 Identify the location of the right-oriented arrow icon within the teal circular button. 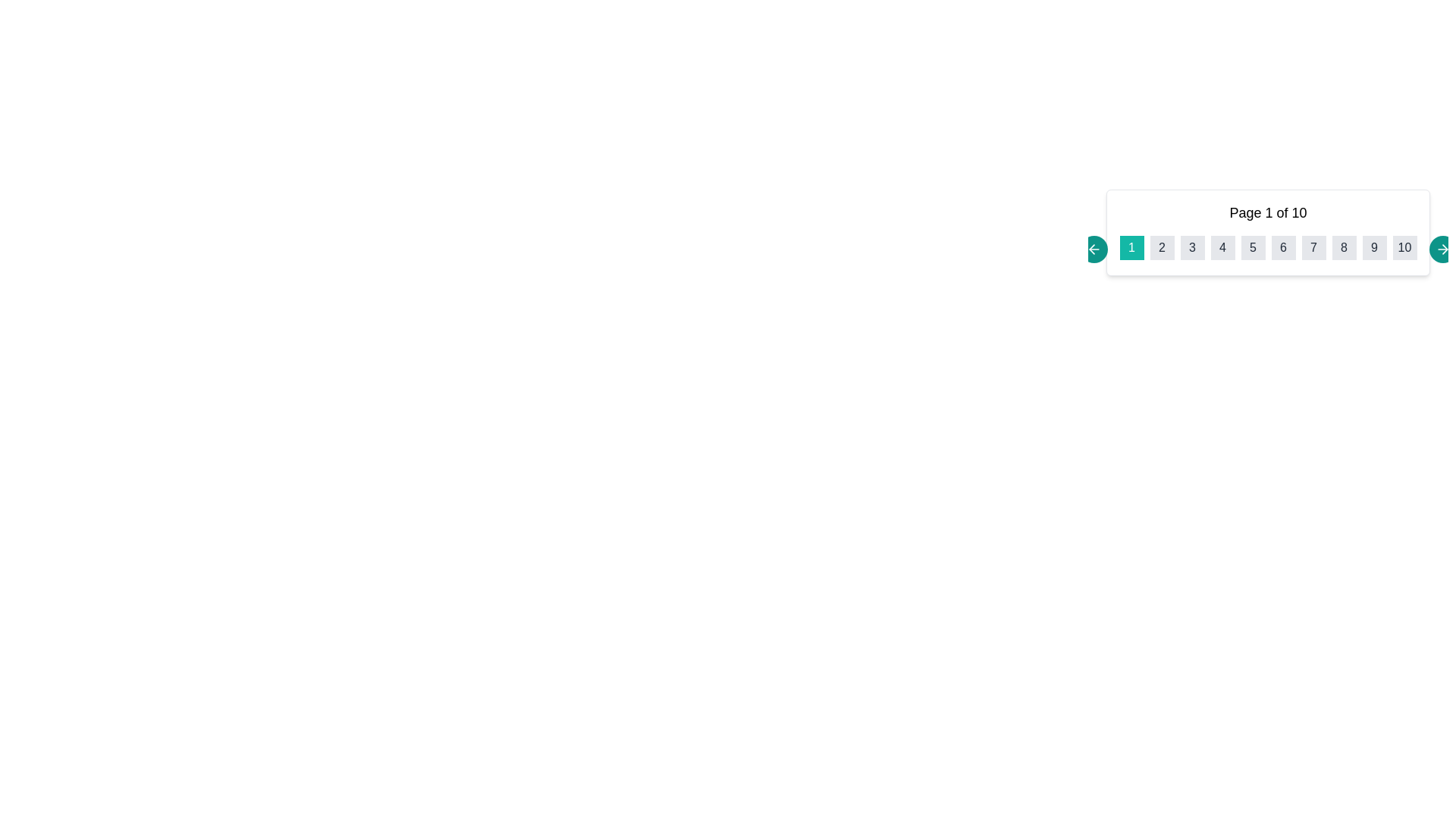
(1442, 248).